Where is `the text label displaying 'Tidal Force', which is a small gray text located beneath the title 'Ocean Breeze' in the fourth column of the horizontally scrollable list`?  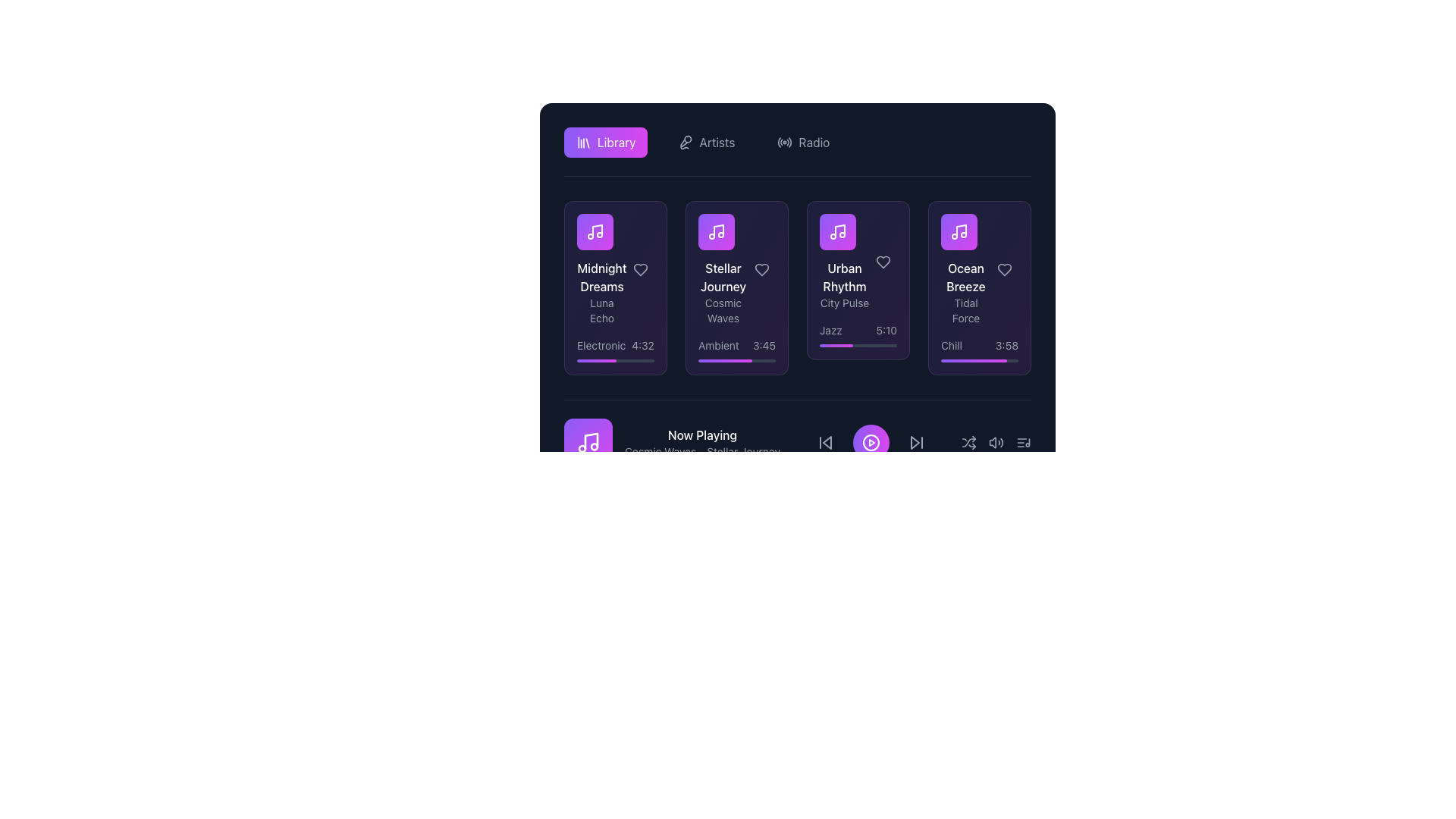
the text label displaying 'Tidal Force', which is a small gray text located beneath the title 'Ocean Breeze' in the fourth column of the horizontally scrollable list is located at coordinates (965, 309).